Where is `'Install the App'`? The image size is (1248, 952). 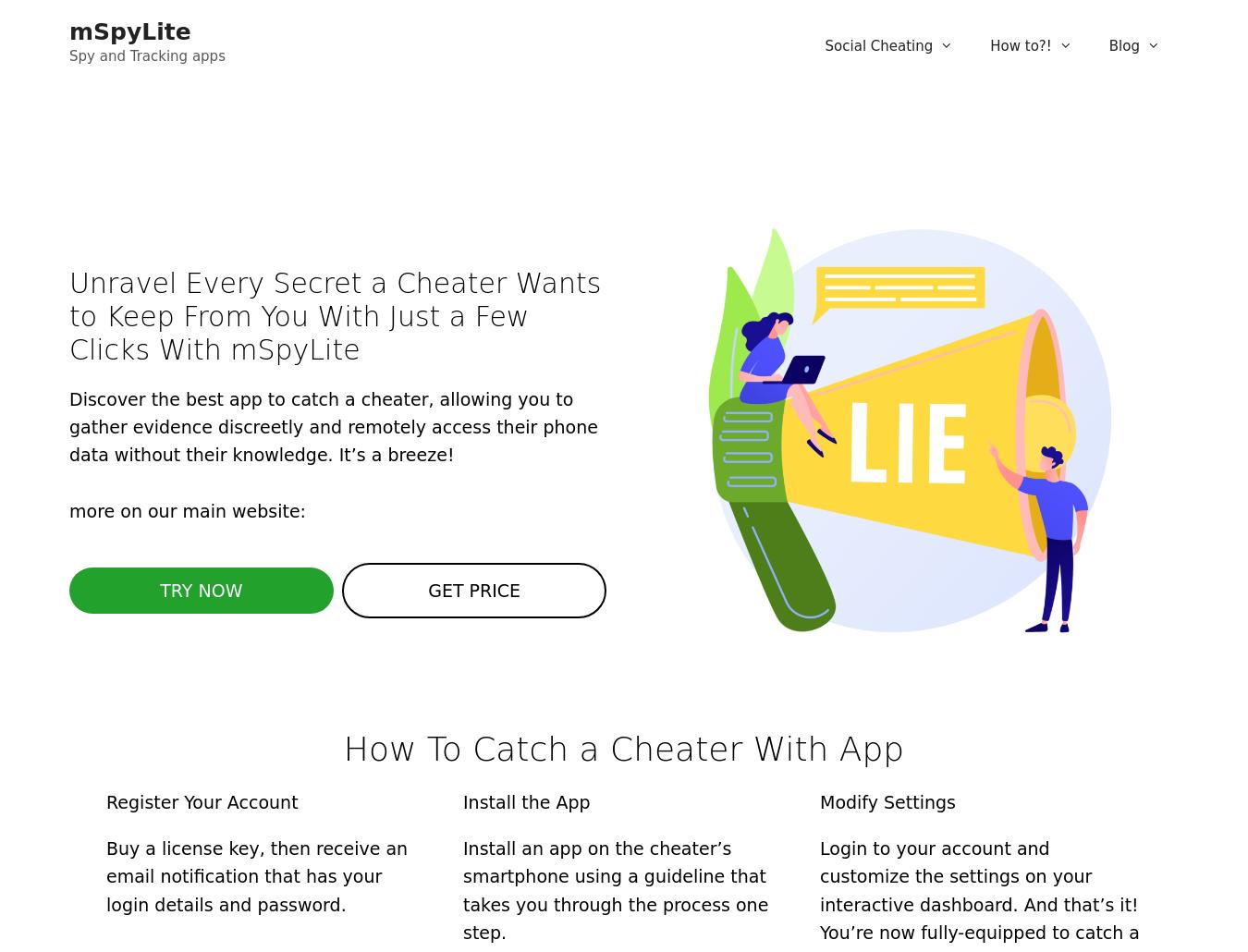 'Install the App' is located at coordinates (526, 800).